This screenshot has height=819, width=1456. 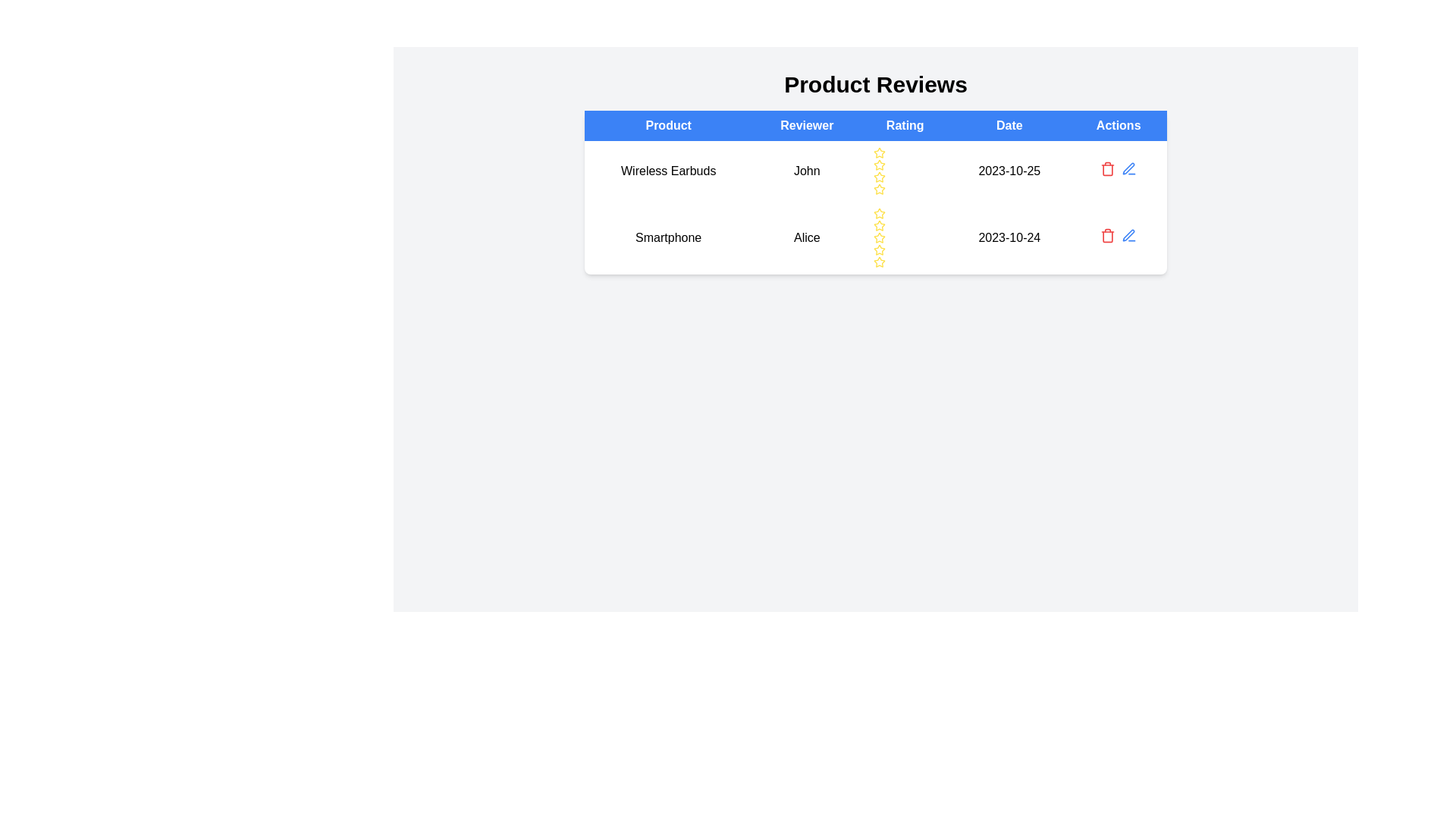 I want to click on the first star rating icon in the 'Ratings' column for the 'Wireless Earbuds' product, so click(x=880, y=152).